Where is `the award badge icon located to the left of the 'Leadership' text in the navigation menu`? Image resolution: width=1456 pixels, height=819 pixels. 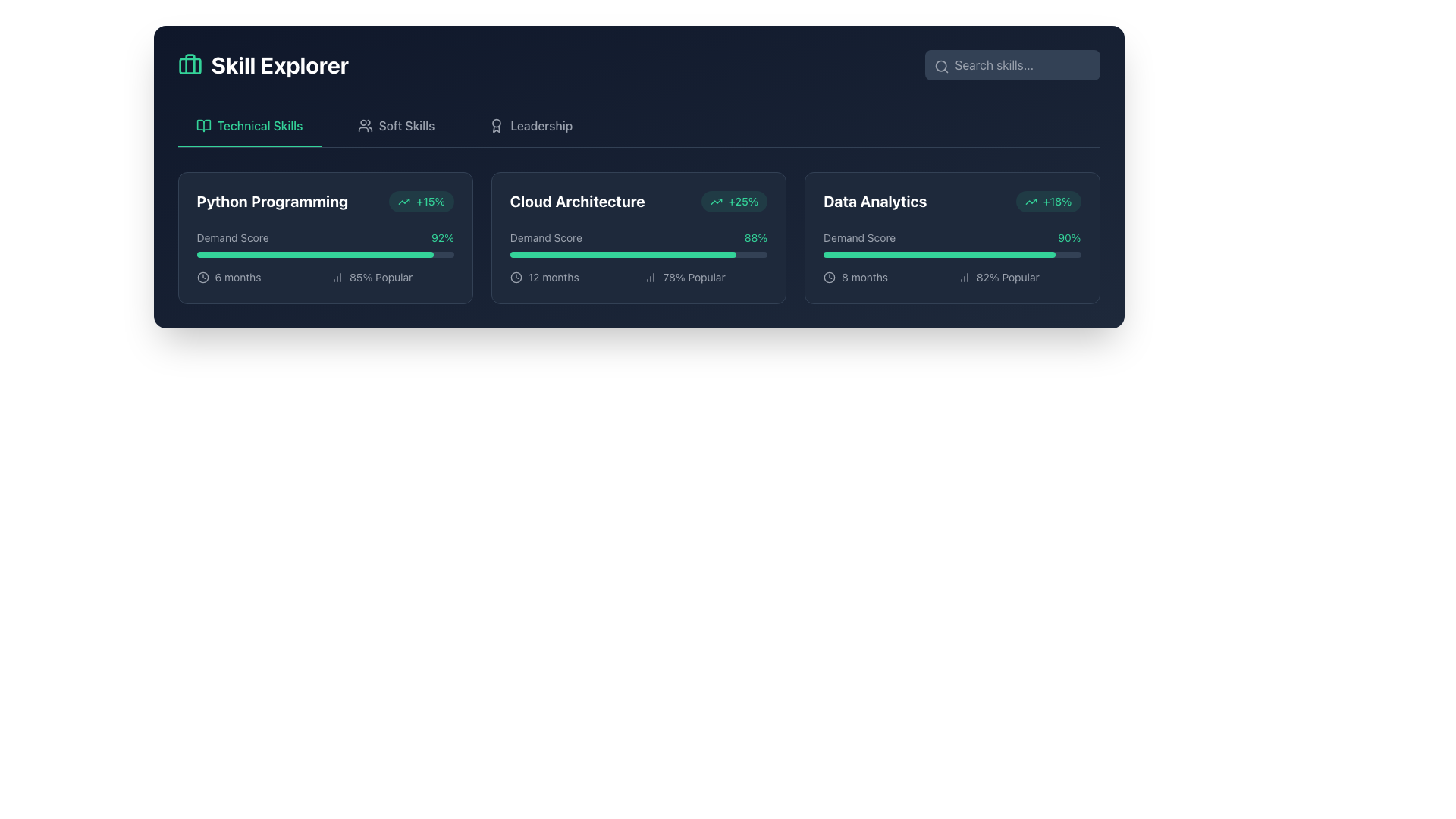 the award badge icon located to the left of the 'Leadership' text in the navigation menu is located at coordinates (497, 124).